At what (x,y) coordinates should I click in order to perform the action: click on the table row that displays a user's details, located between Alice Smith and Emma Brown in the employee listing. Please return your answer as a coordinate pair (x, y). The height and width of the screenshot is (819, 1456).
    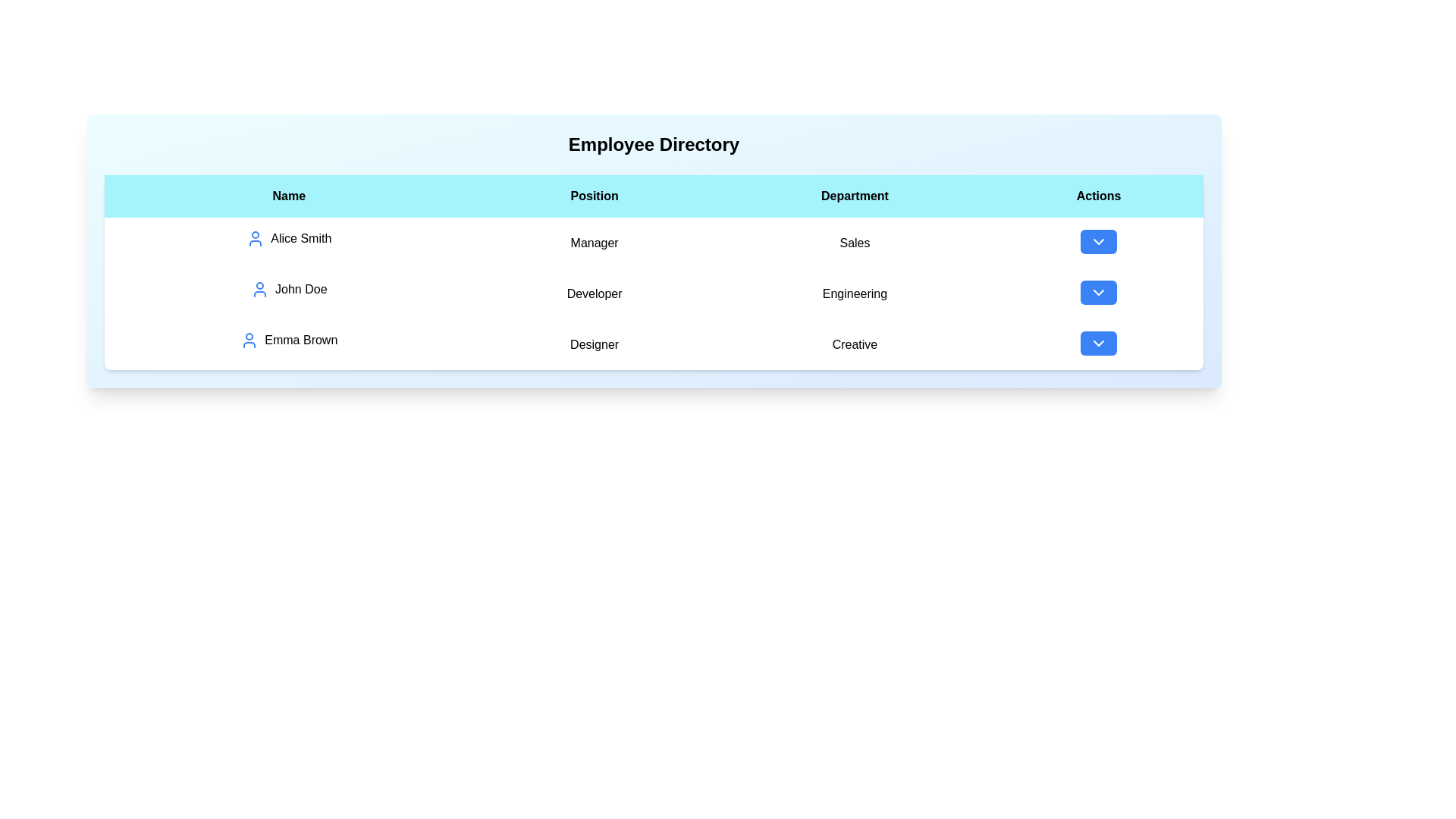
    Looking at the image, I should click on (654, 293).